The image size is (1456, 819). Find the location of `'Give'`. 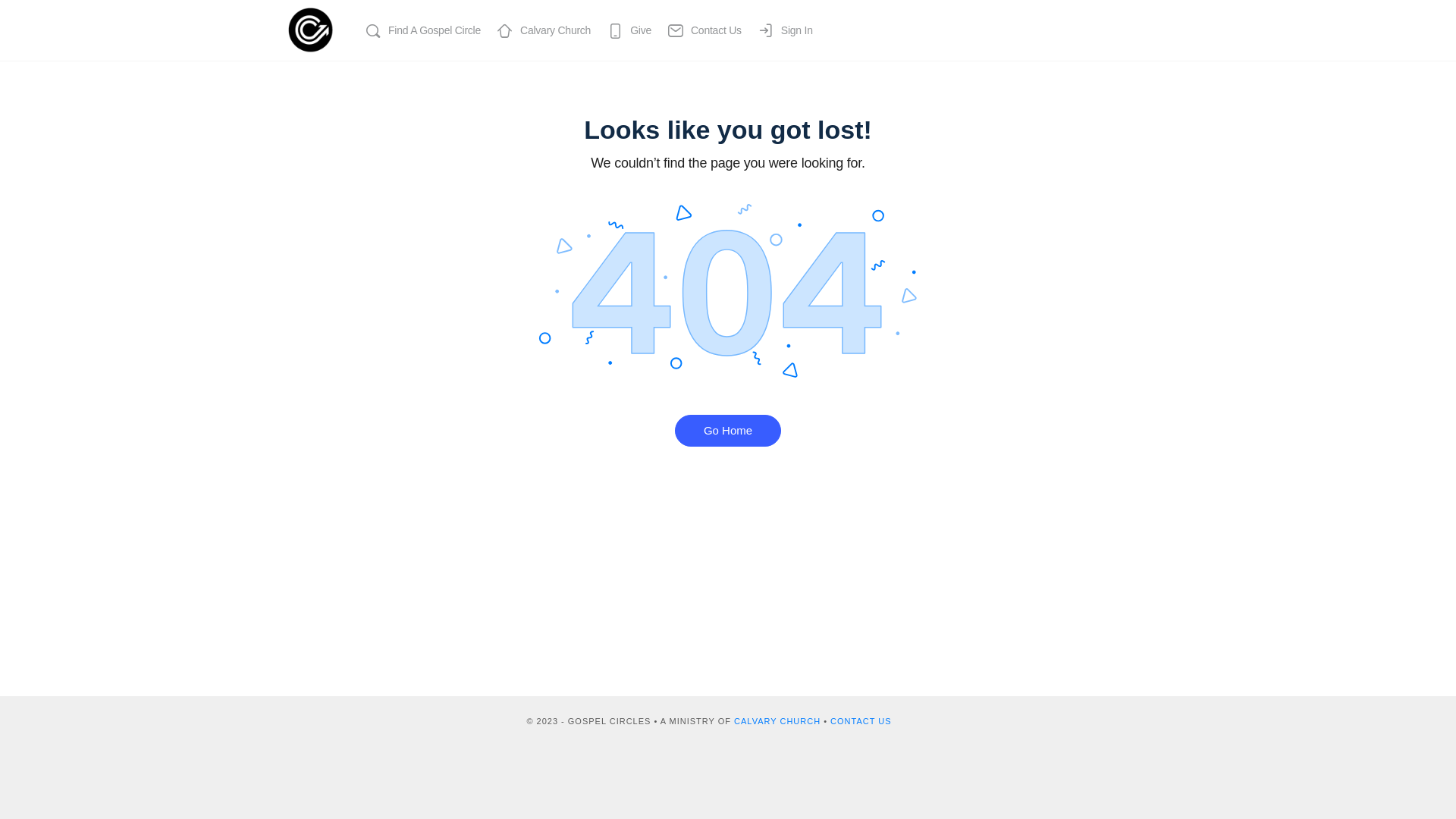

'Give' is located at coordinates (629, 30).